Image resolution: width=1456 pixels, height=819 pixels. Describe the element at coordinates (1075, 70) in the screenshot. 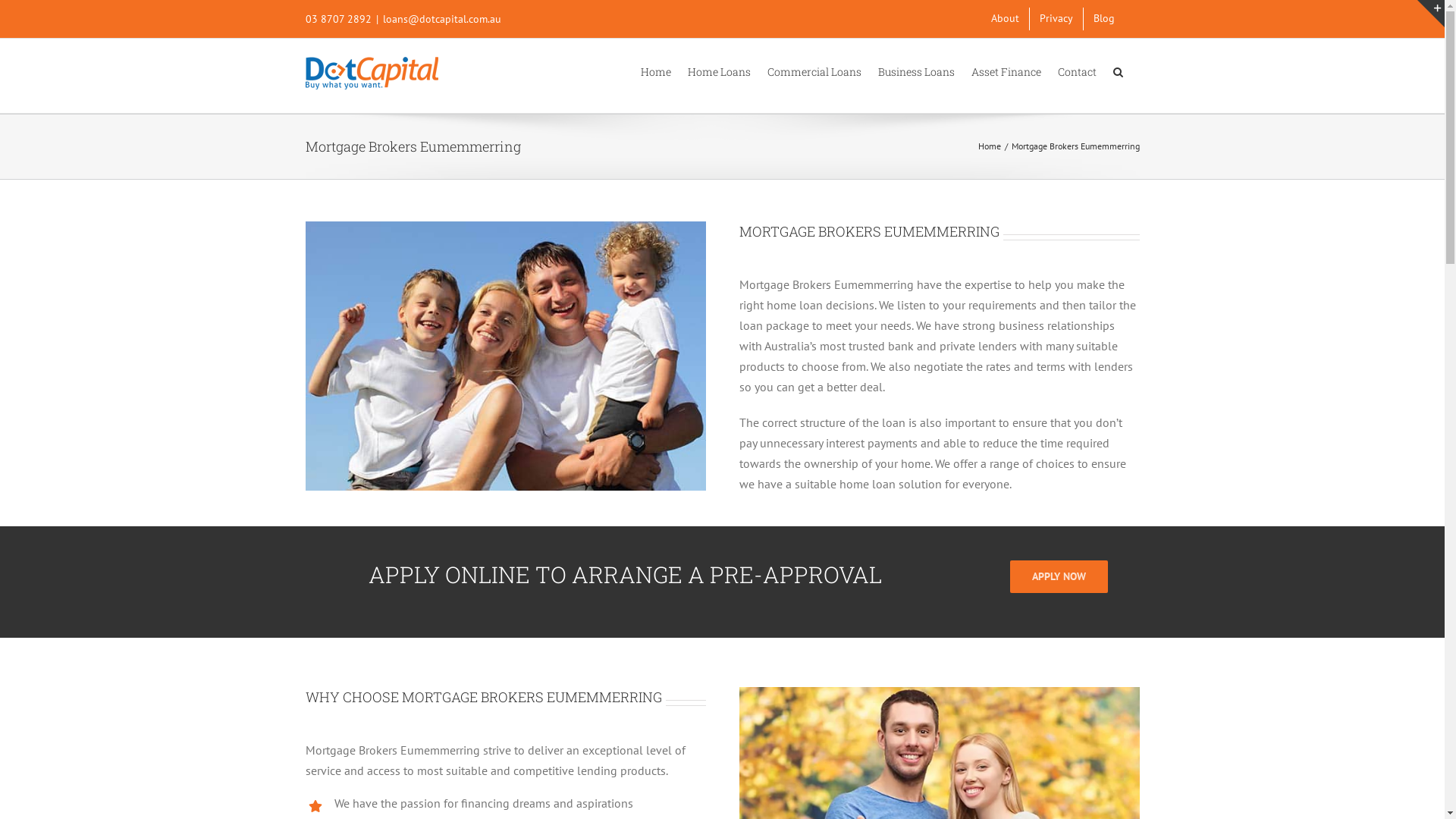

I see `'Contact'` at that location.